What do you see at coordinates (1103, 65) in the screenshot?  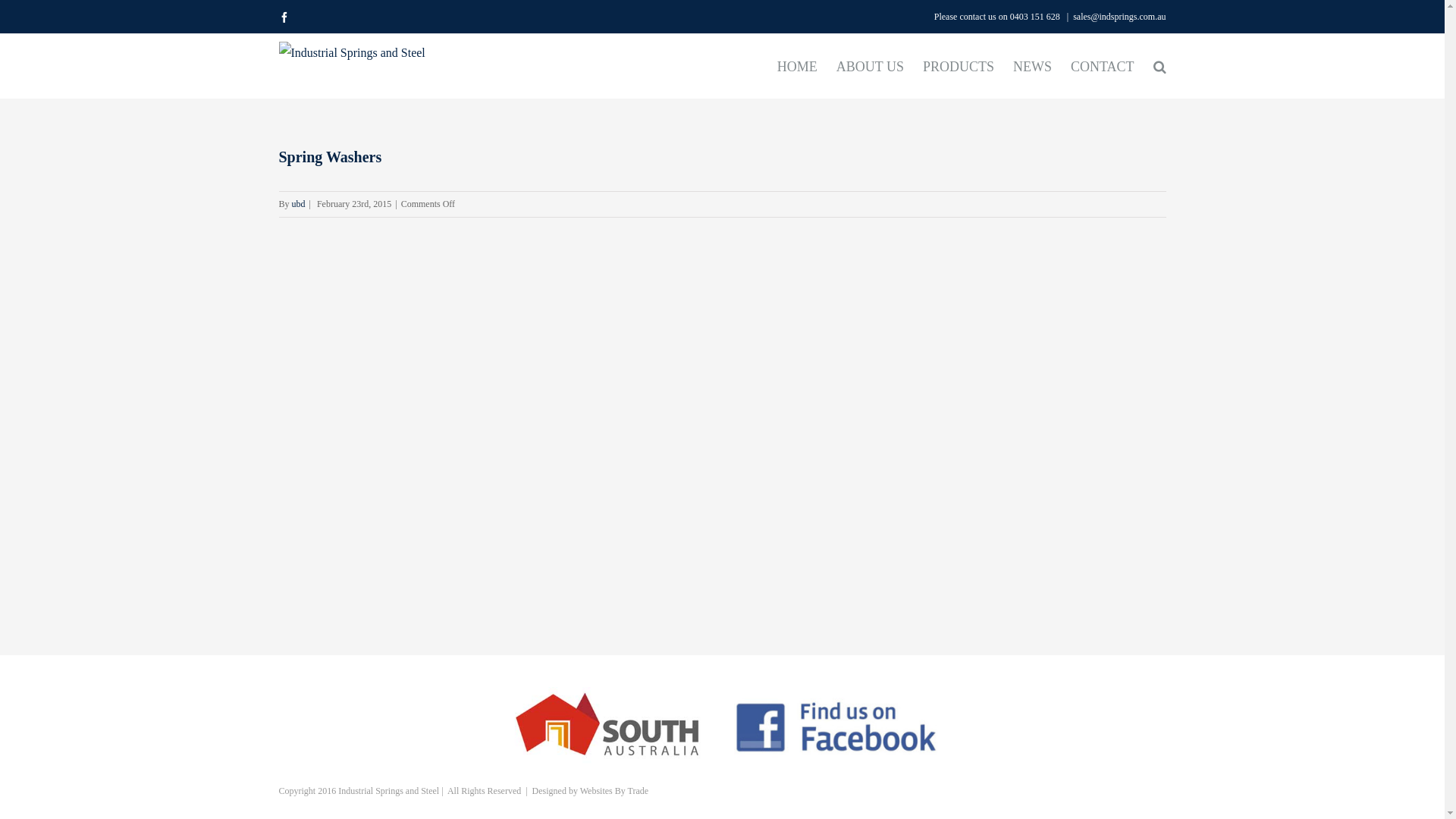 I see `'CONTACT'` at bounding box center [1103, 65].